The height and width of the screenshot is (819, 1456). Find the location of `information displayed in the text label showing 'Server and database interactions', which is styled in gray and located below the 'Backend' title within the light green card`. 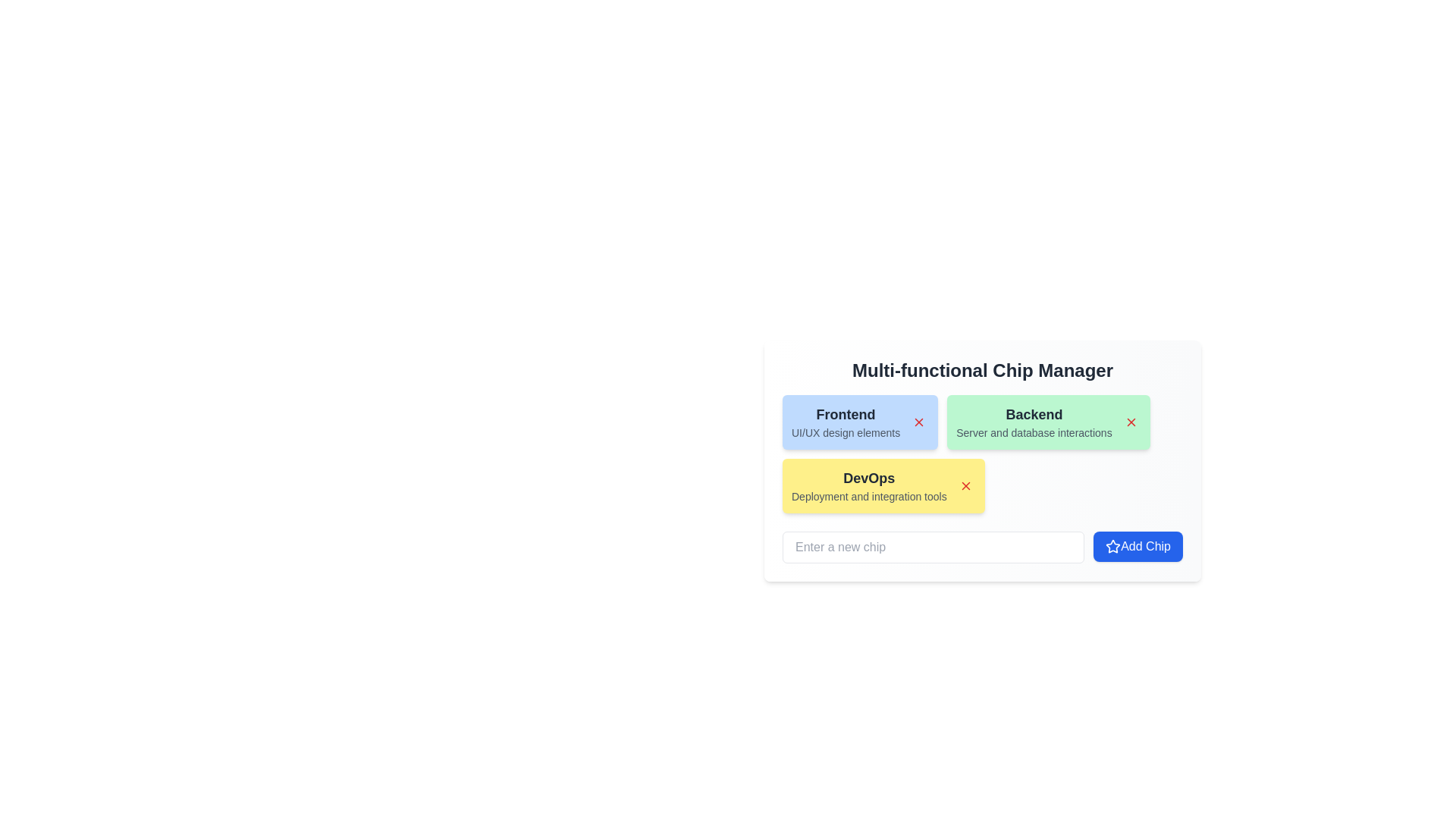

information displayed in the text label showing 'Server and database interactions', which is styled in gray and located below the 'Backend' title within the light green card is located at coordinates (1033, 432).